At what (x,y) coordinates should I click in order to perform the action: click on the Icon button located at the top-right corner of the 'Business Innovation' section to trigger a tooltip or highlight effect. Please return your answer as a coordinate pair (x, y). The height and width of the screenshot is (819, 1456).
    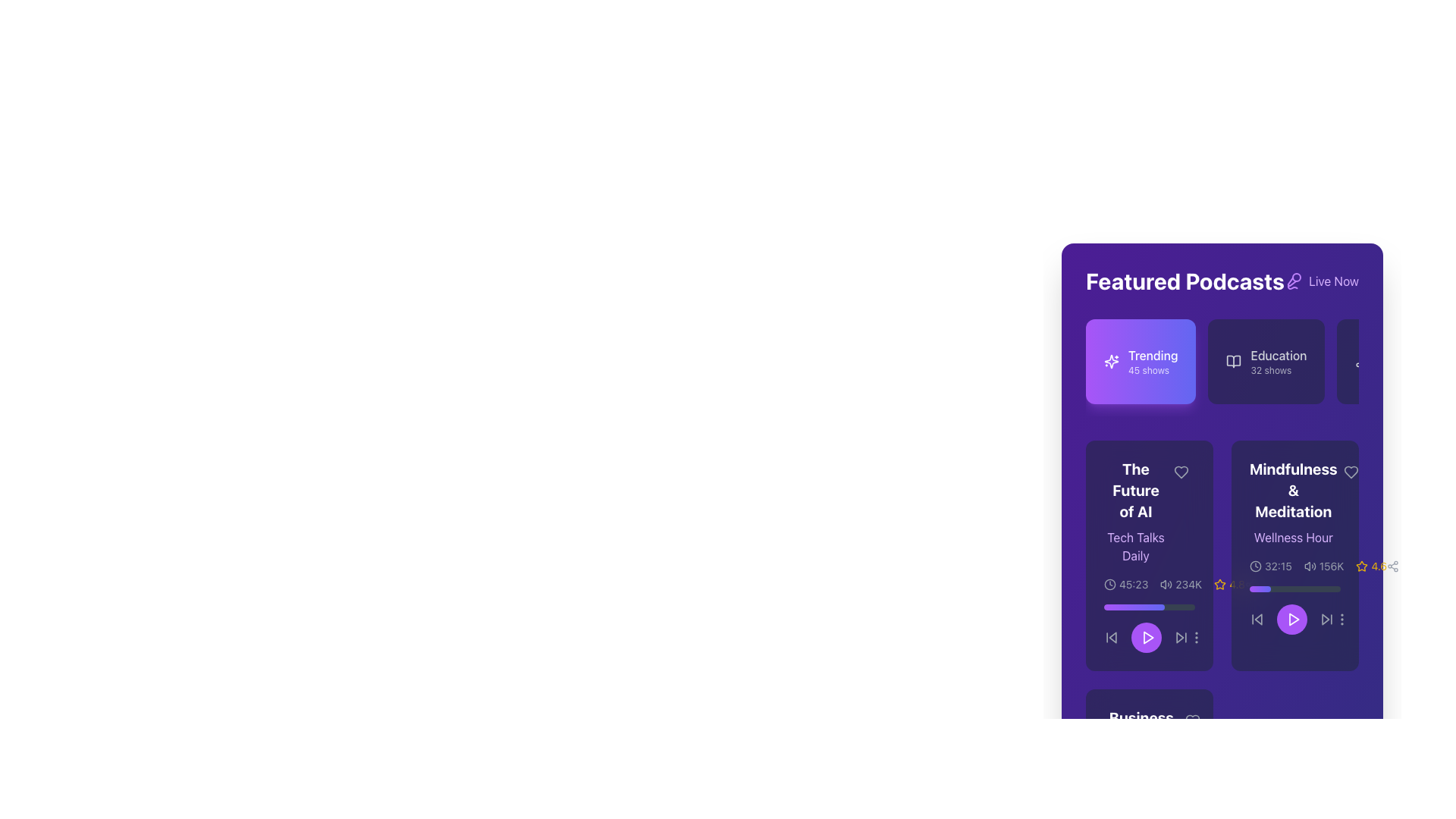
    Looking at the image, I should click on (1191, 720).